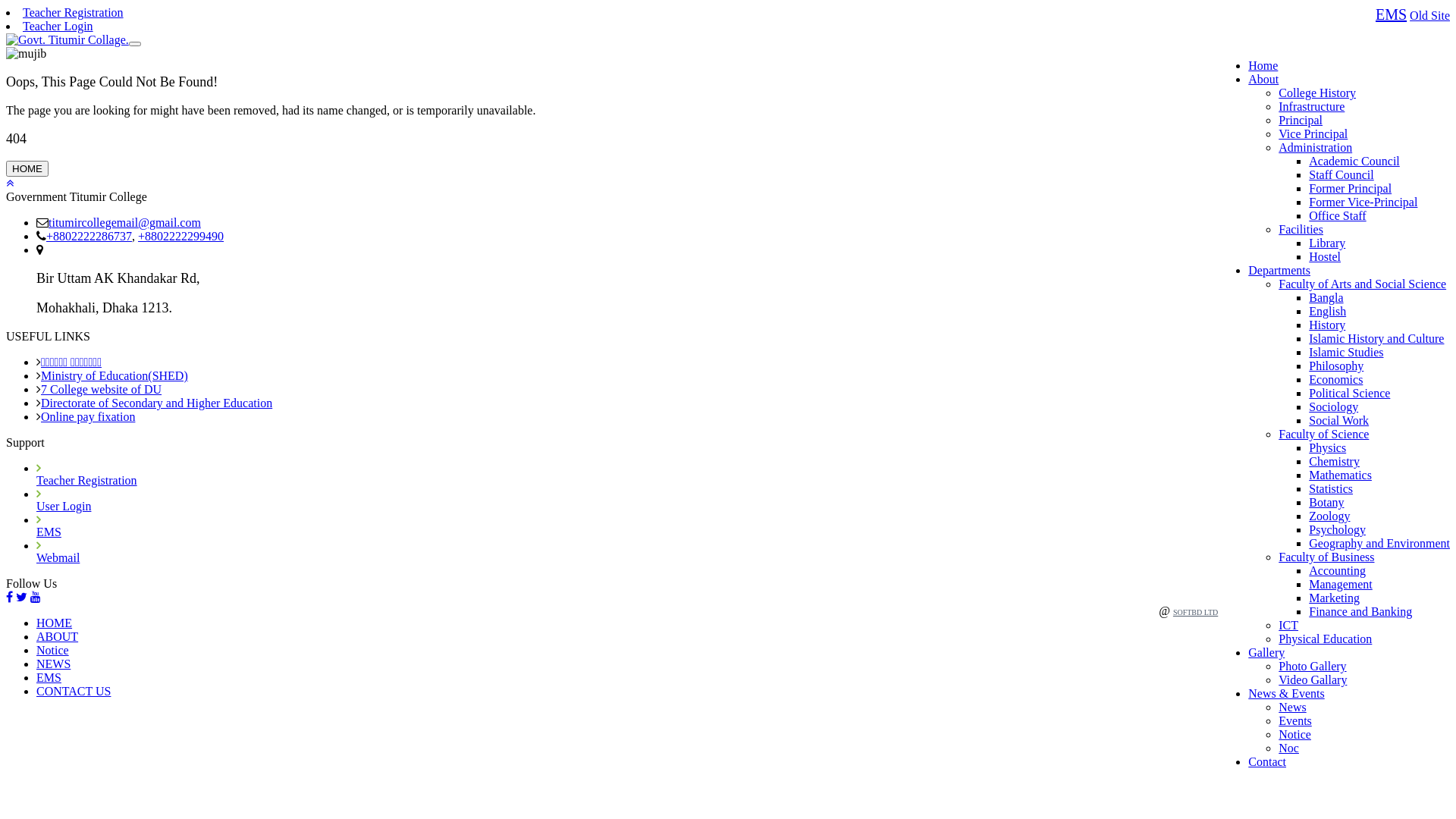 This screenshot has width=1456, height=819. What do you see at coordinates (1278, 269) in the screenshot?
I see `'Departments'` at bounding box center [1278, 269].